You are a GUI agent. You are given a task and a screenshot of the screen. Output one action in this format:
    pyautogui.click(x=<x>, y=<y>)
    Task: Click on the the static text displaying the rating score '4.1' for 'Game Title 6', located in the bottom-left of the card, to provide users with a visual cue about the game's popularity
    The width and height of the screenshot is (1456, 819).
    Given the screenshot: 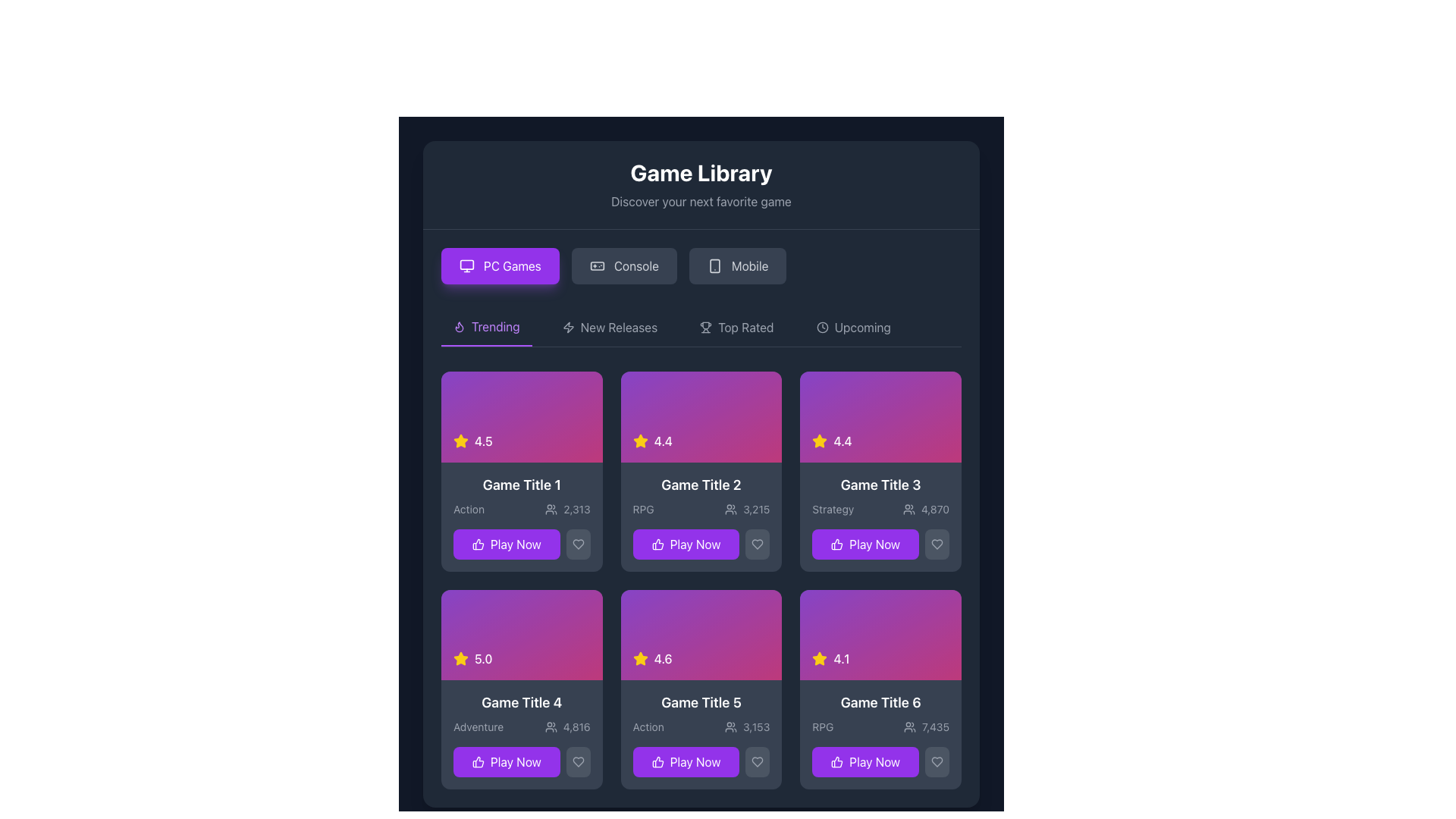 What is the action you would take?
    pyautogui.click(x=840, y=658)
    